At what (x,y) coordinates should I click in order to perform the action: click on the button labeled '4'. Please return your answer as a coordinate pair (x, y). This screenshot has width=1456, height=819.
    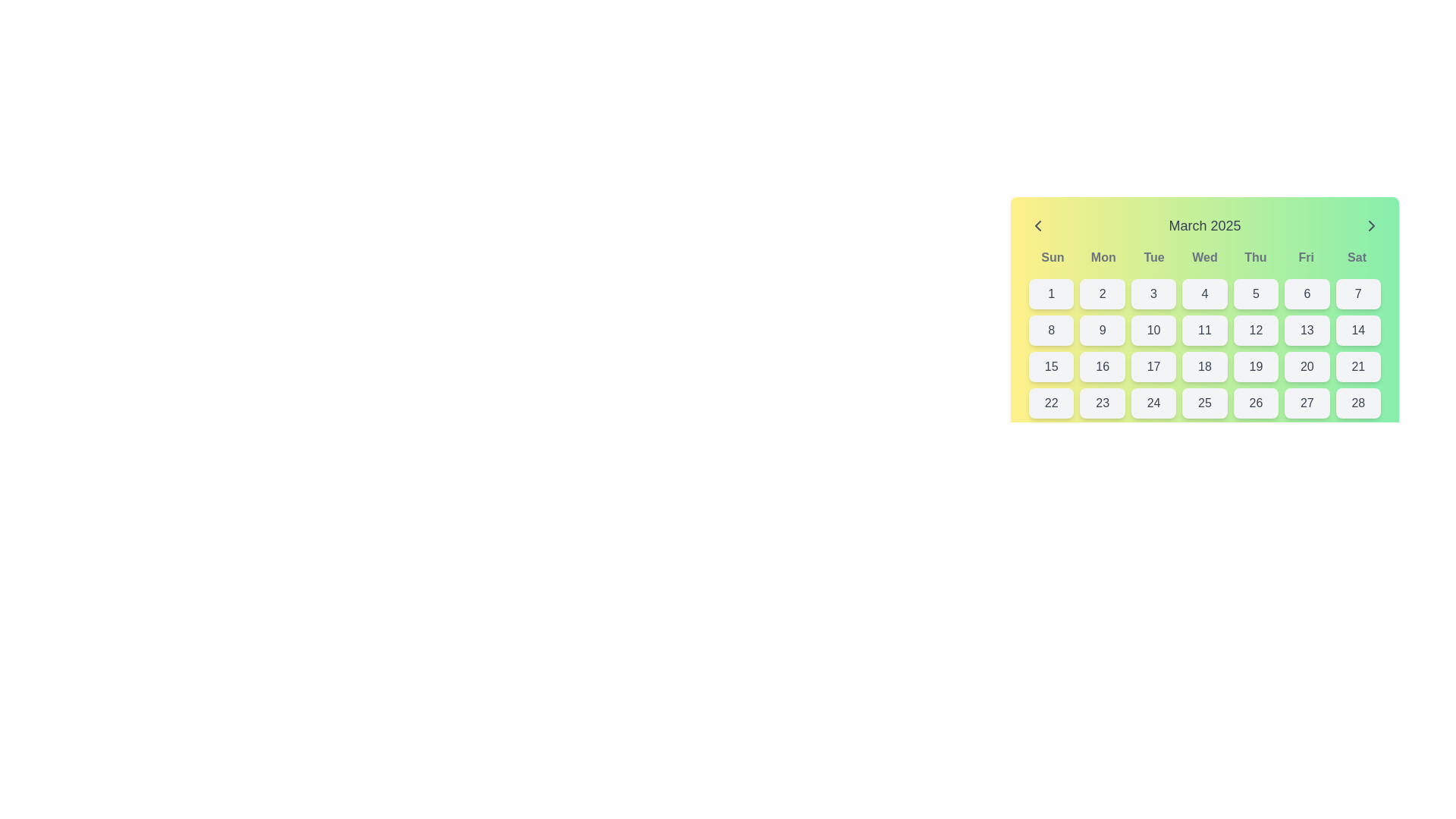
    Looking at the image, I should click on (1203, 294).